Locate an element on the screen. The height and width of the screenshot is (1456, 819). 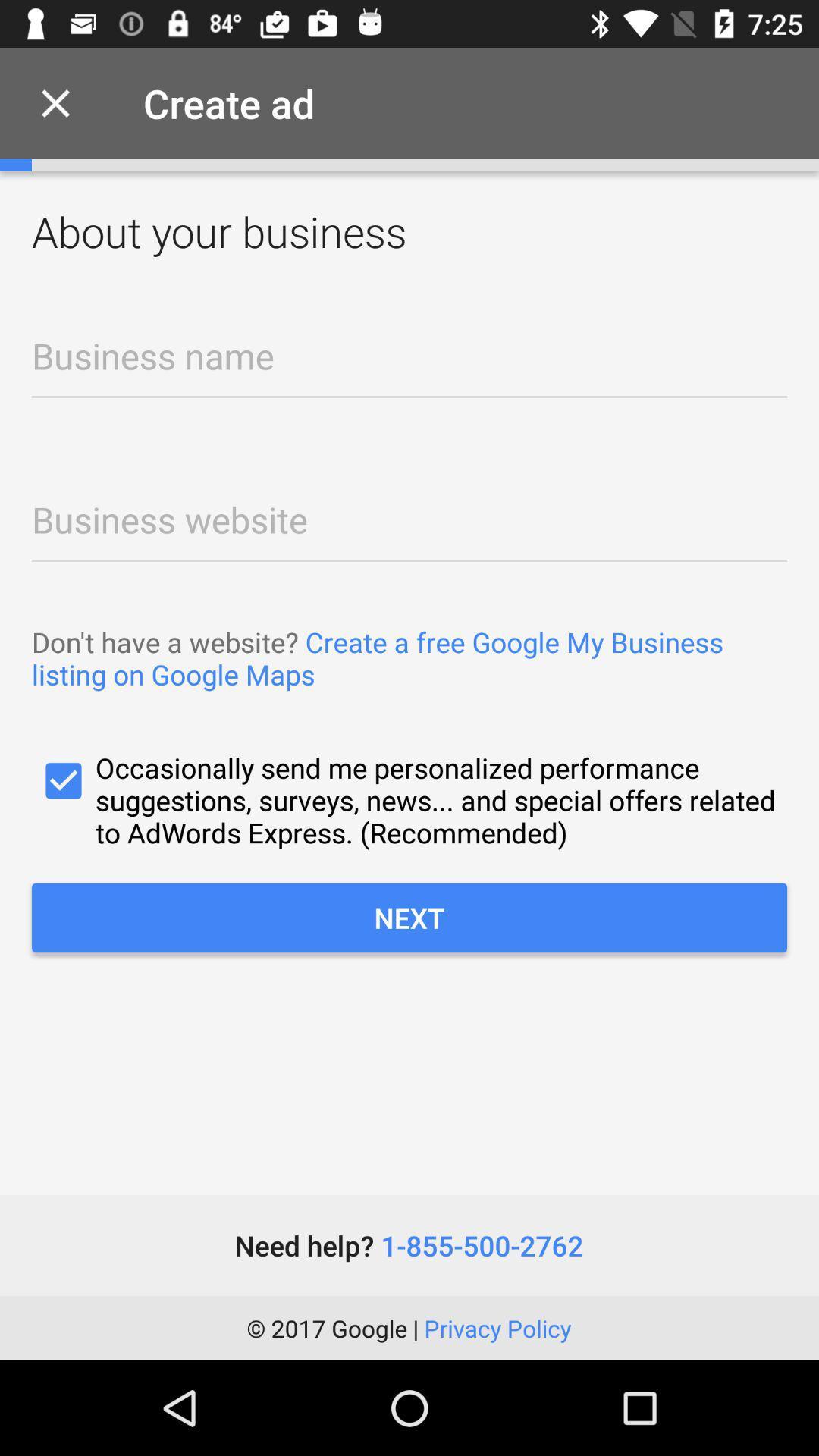
the need help 1 is located at coordinates (408, 1245).